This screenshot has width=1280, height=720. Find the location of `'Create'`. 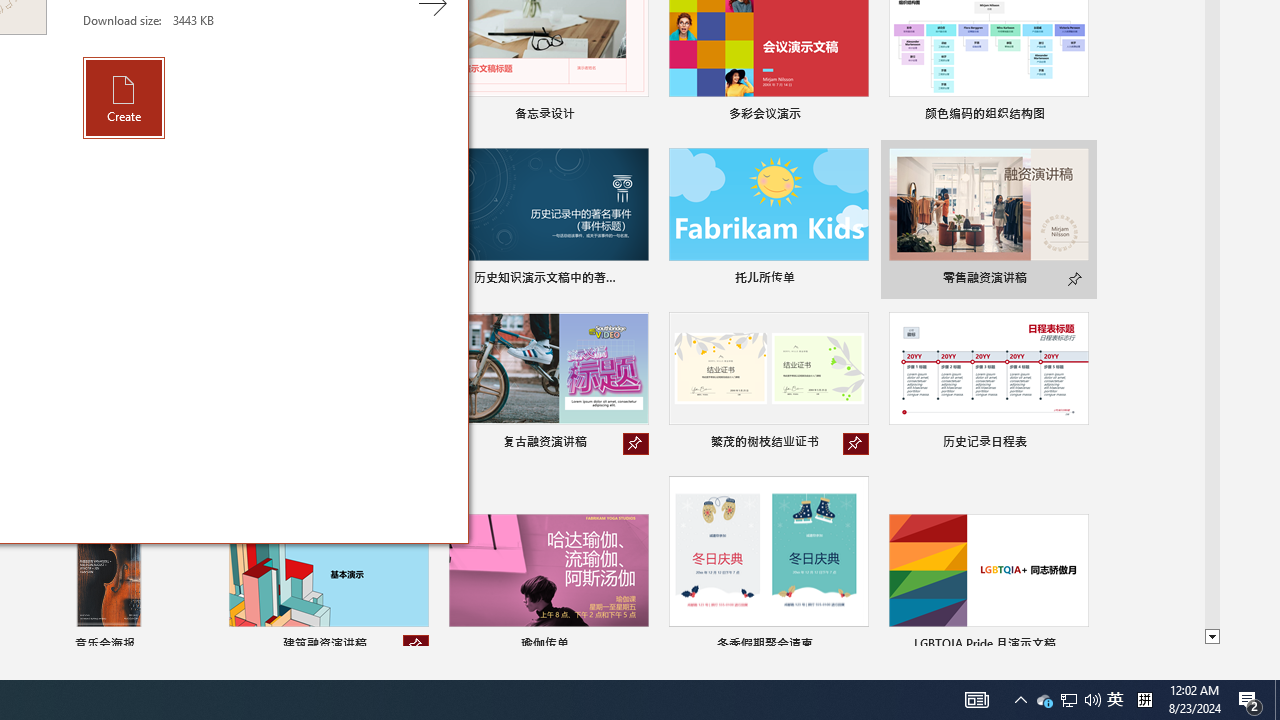

'Create' is located at coordinates (123, 97).